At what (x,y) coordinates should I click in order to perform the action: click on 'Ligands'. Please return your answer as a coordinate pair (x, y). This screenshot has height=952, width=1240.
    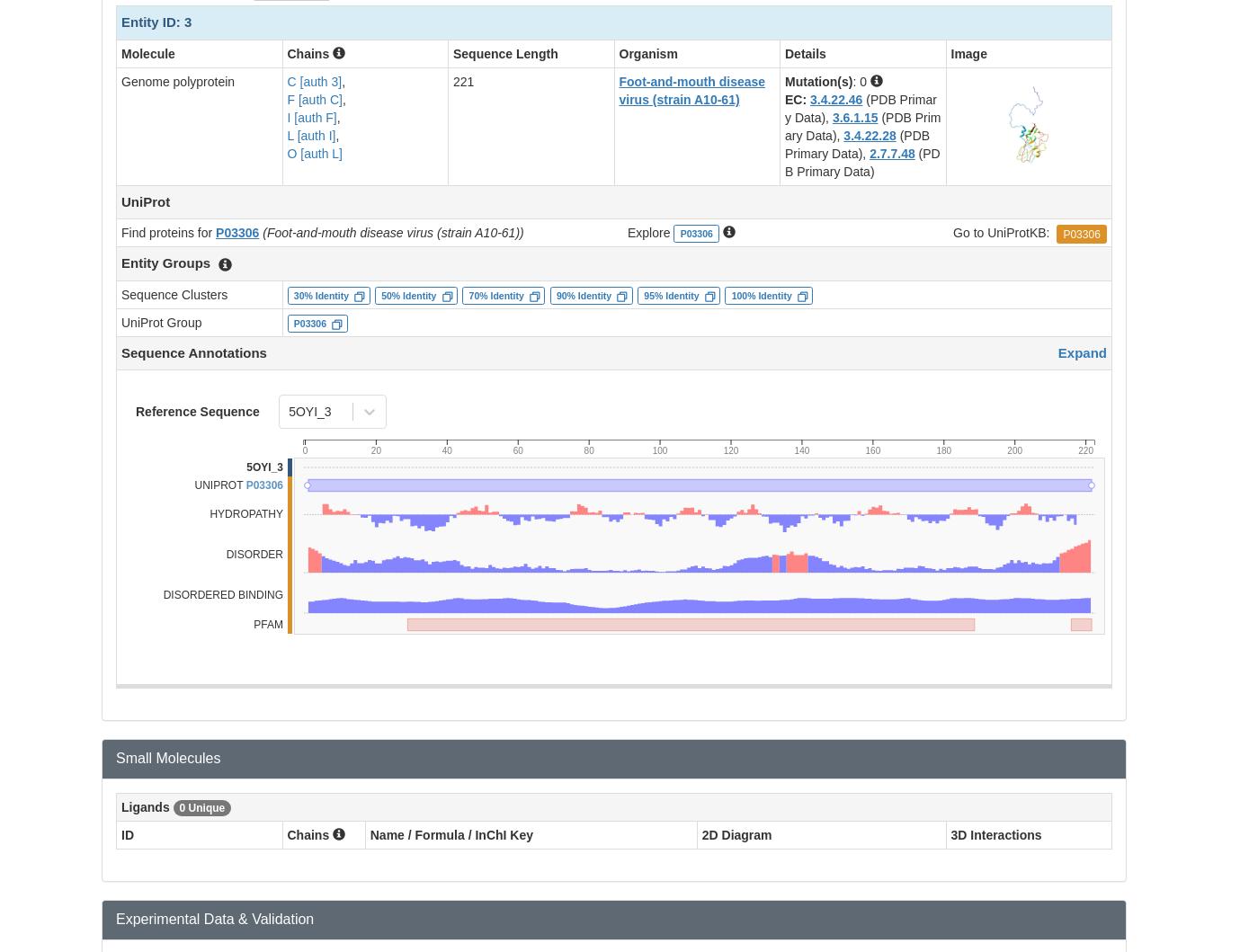
    Looking at the image, I should click on (121, 807).